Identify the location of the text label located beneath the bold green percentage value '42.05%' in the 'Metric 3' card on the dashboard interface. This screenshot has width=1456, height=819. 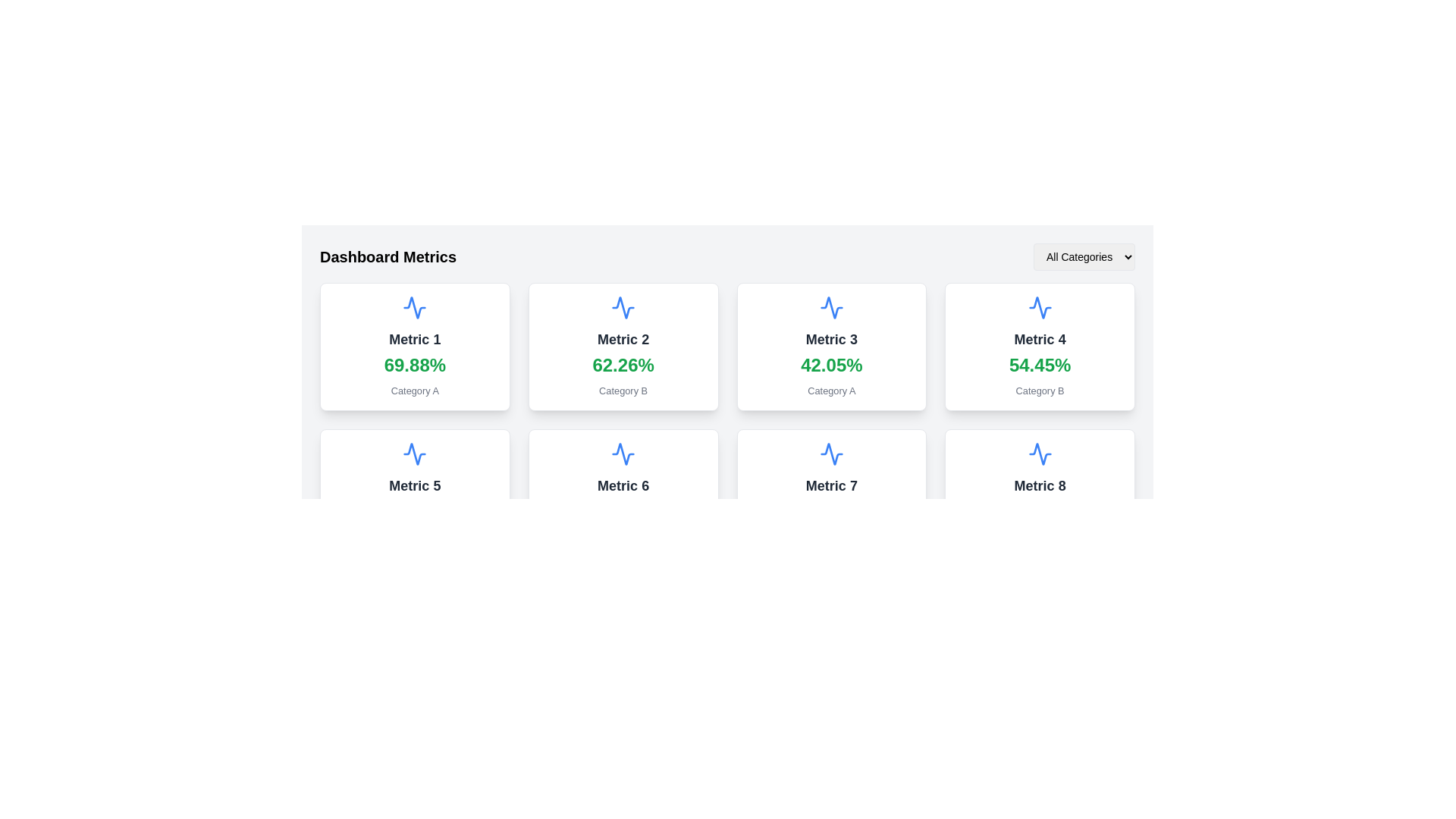
(830, 390).